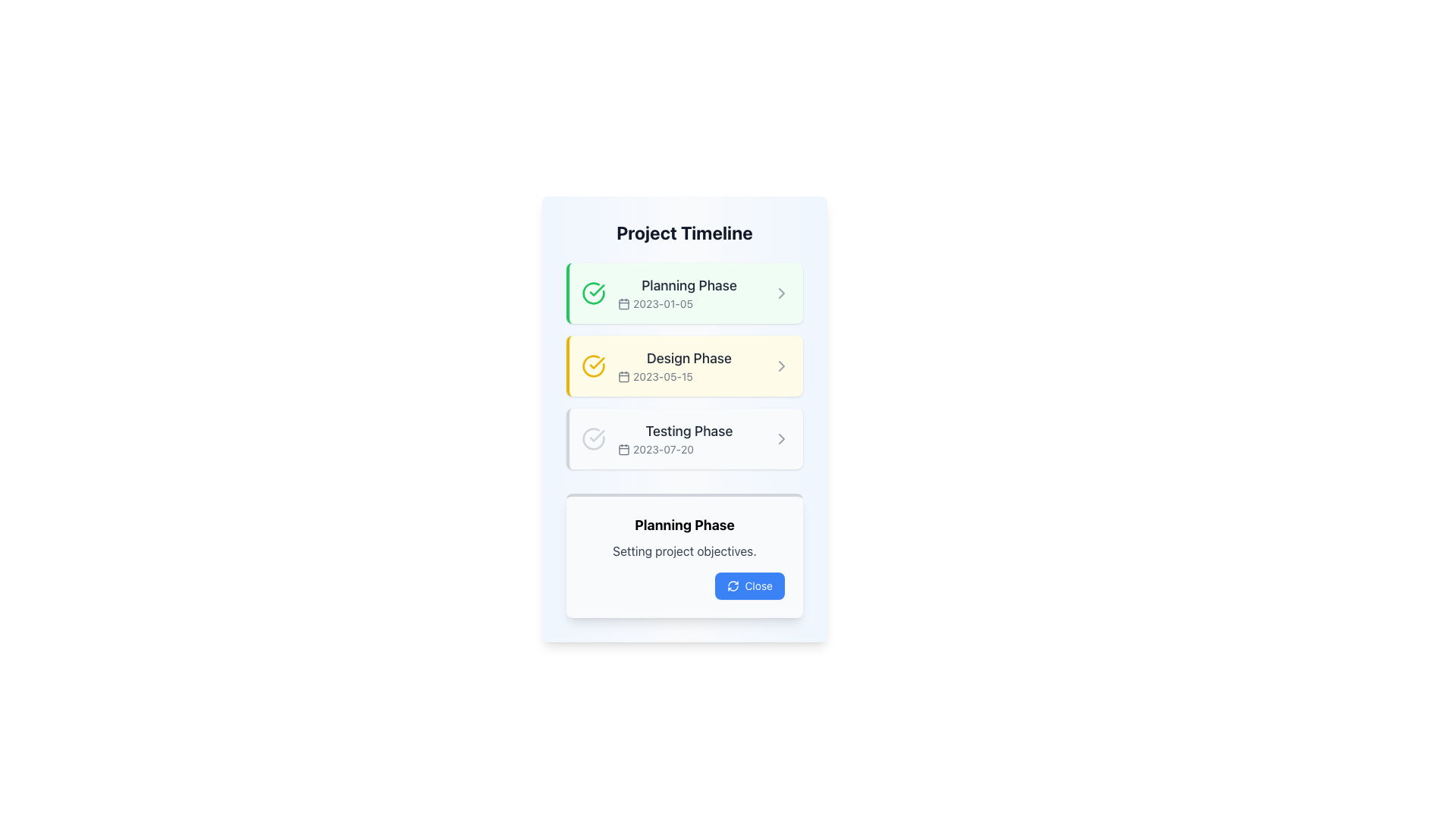 The width and height of the screenshot is (1456, 819). I want to click on the right-facing chevron icon at the rightmost end of the 'Design Phase' card to possibly display a tooltip, so click(782, 366).